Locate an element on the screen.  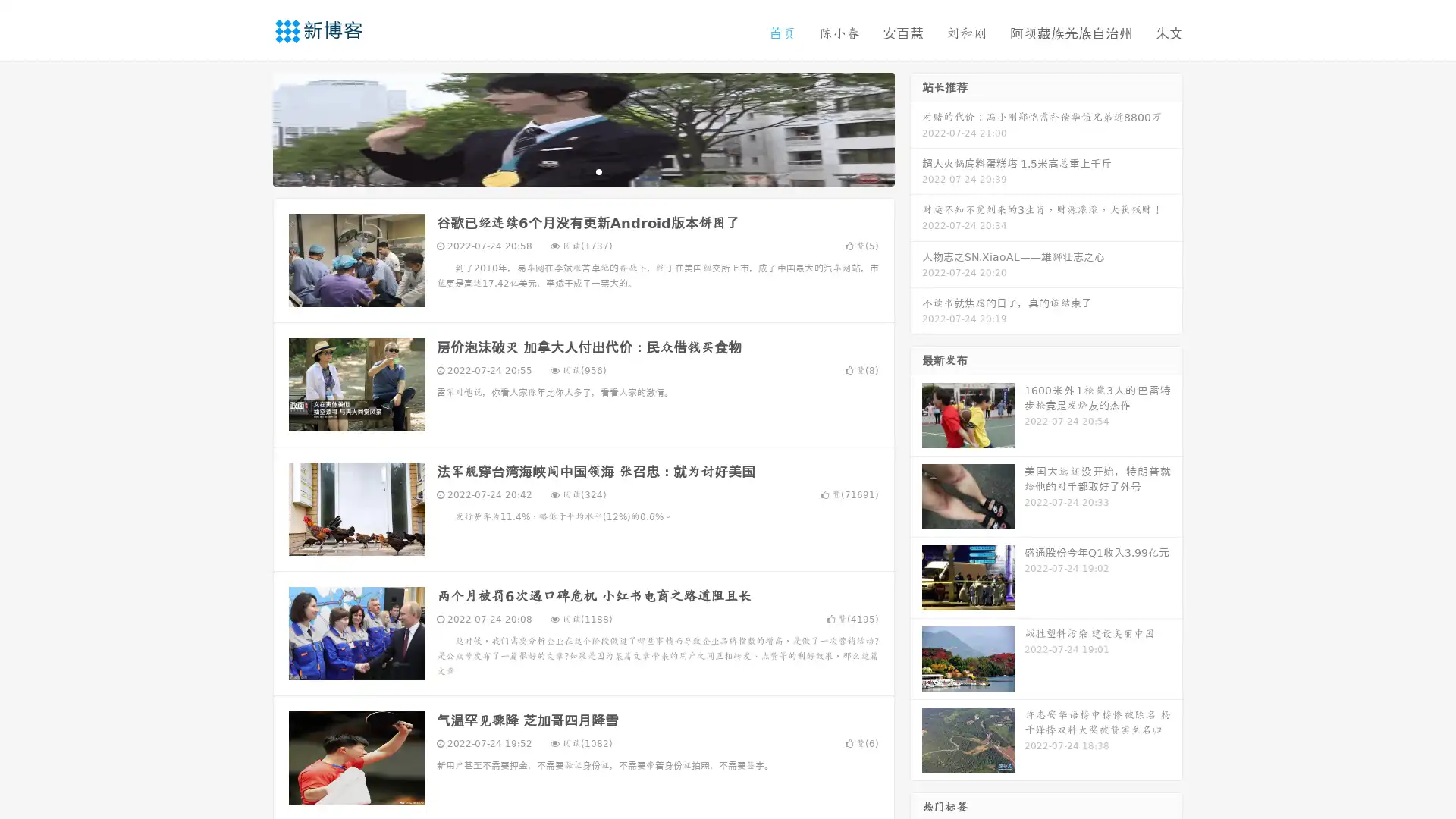
Go to slide 2 is located at coordinates (582, 171).